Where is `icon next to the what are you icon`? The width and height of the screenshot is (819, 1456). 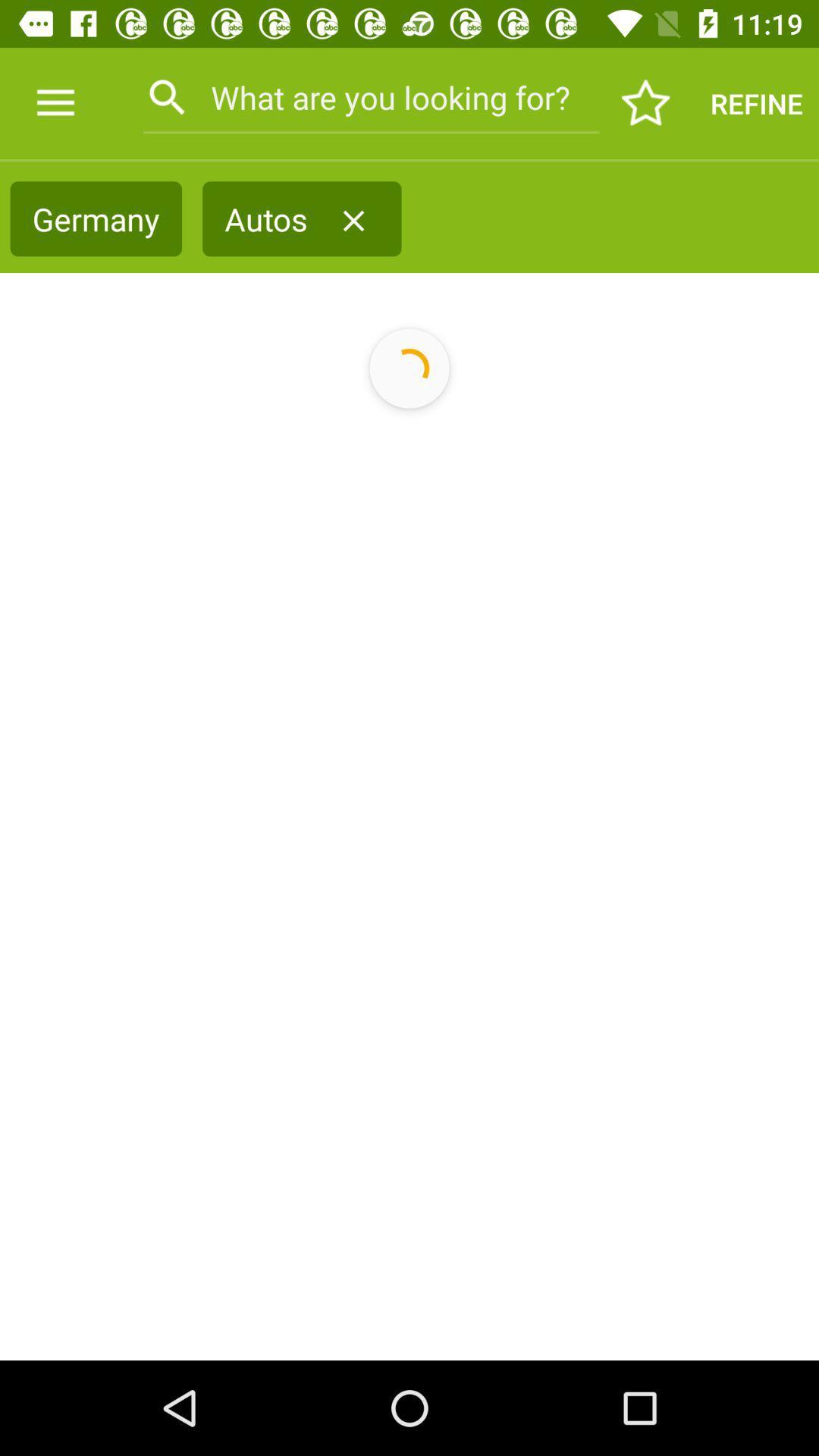
icon next to the what are you icon is located at coordinates (55, 102).